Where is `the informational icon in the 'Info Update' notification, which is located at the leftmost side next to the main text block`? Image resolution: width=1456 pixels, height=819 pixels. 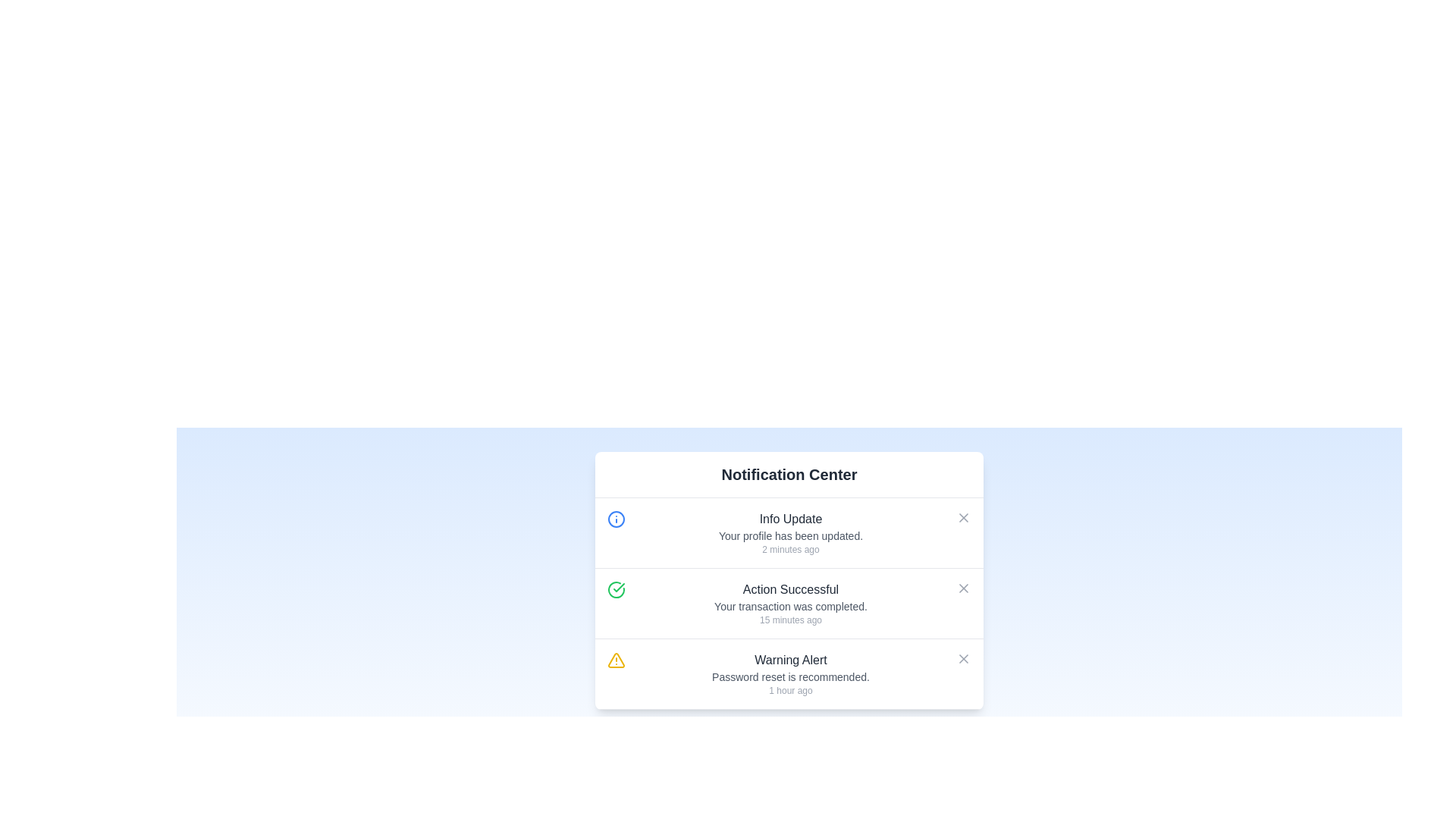 the informational icon in the 'Info Update' notification, which is located at the leftmost side next to the main text block is located at coordinates (616, 519).